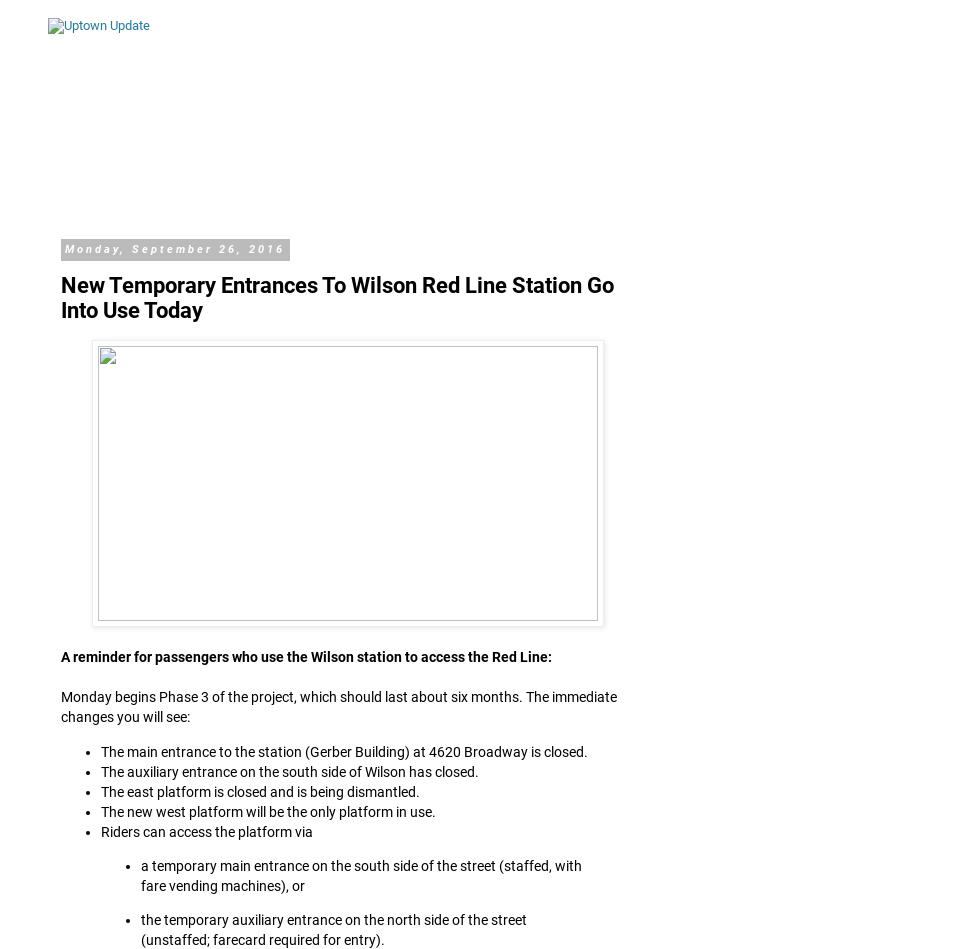 This screenshot has height=949, width=968. Describe the element at coordinates (59, 656) in the screenshot. I see `'A reminder for passengers who use the Wilson station to access the Red Line:'` at that location.